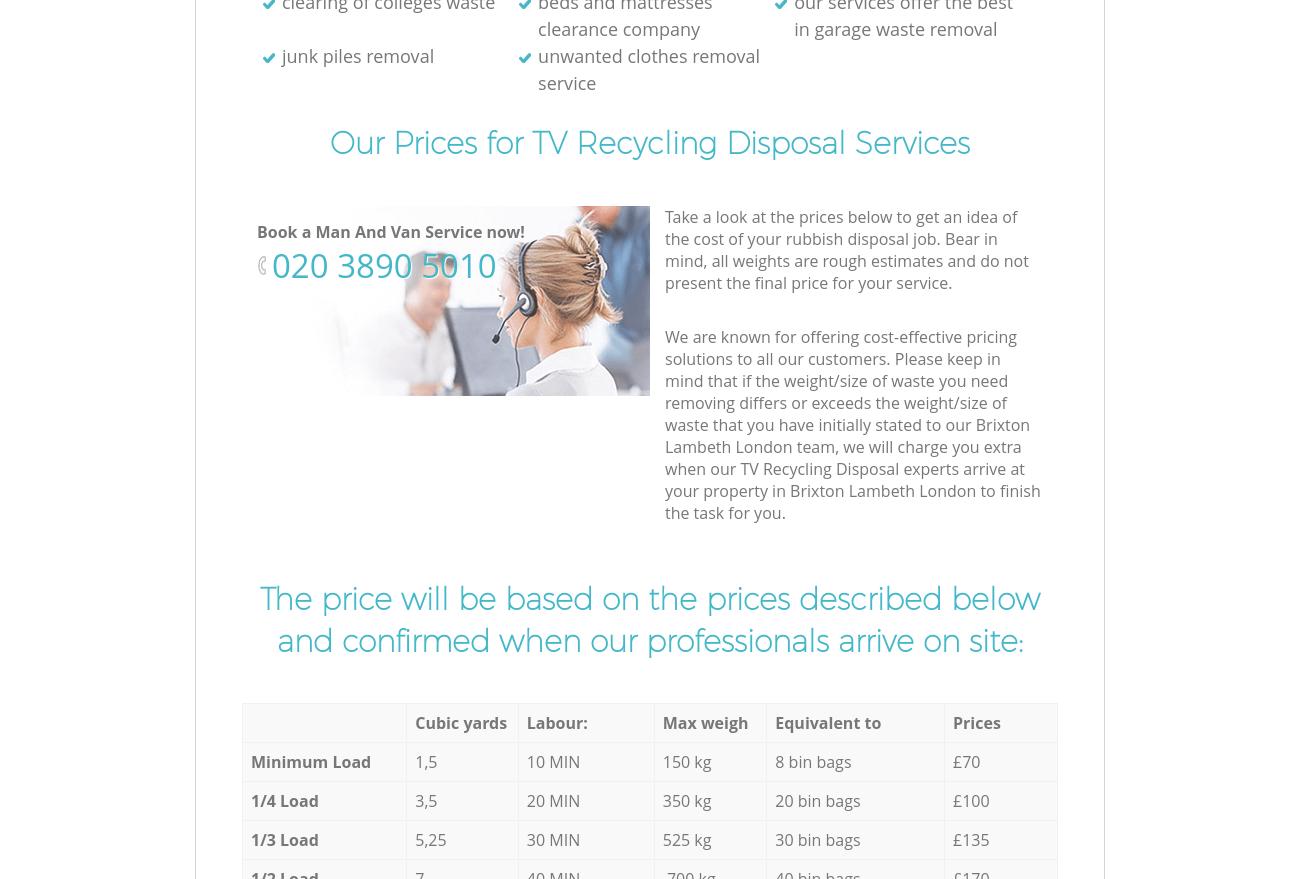 The height and width of the screenshot is (879, 1300). Describe the element at coordinates (703, 721) in the screenshot. I see `'Max weigh'` at that location.